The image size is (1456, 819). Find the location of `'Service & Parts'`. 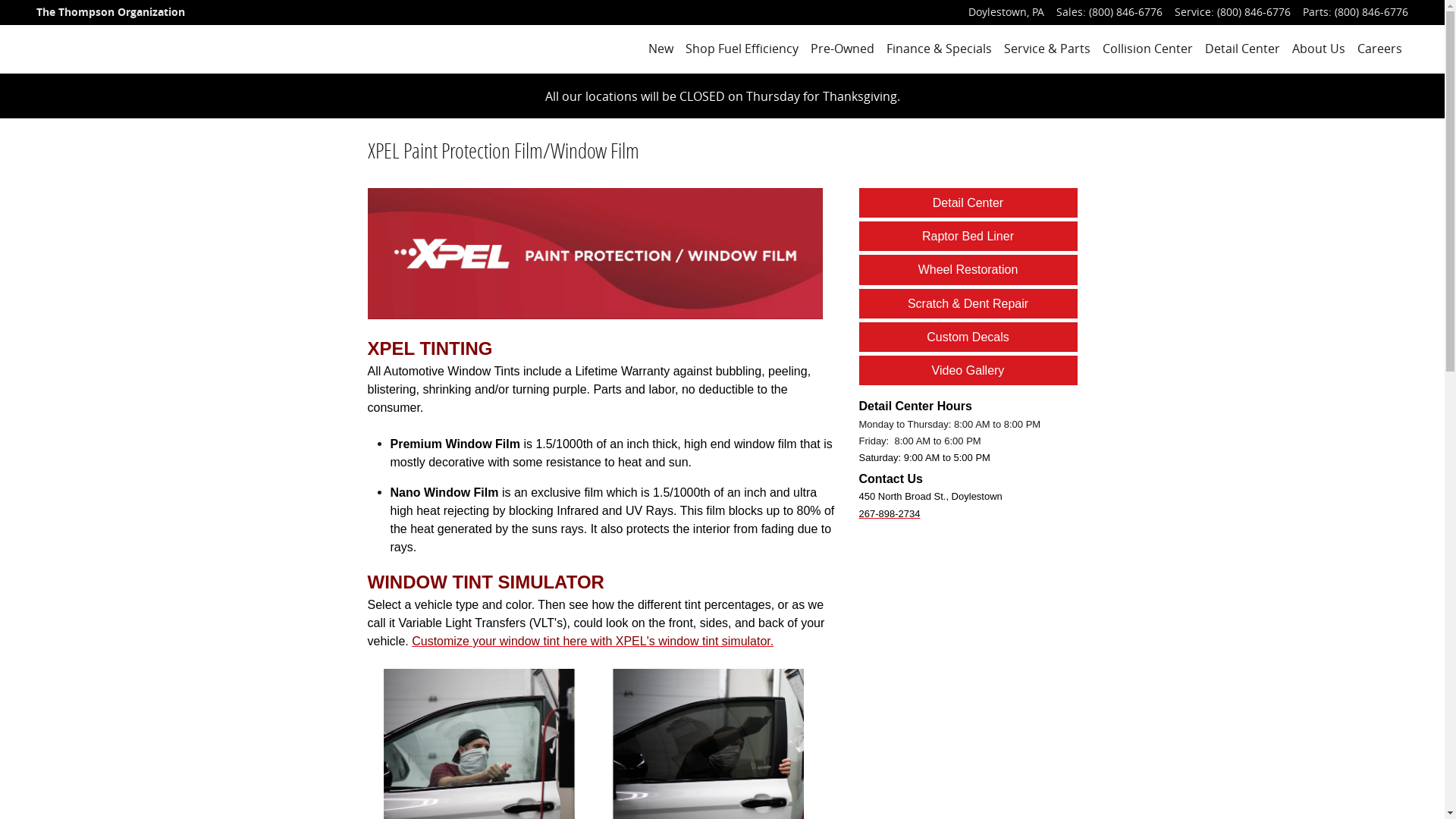

'Service & Parts' is located at coordinates (1004, 49).